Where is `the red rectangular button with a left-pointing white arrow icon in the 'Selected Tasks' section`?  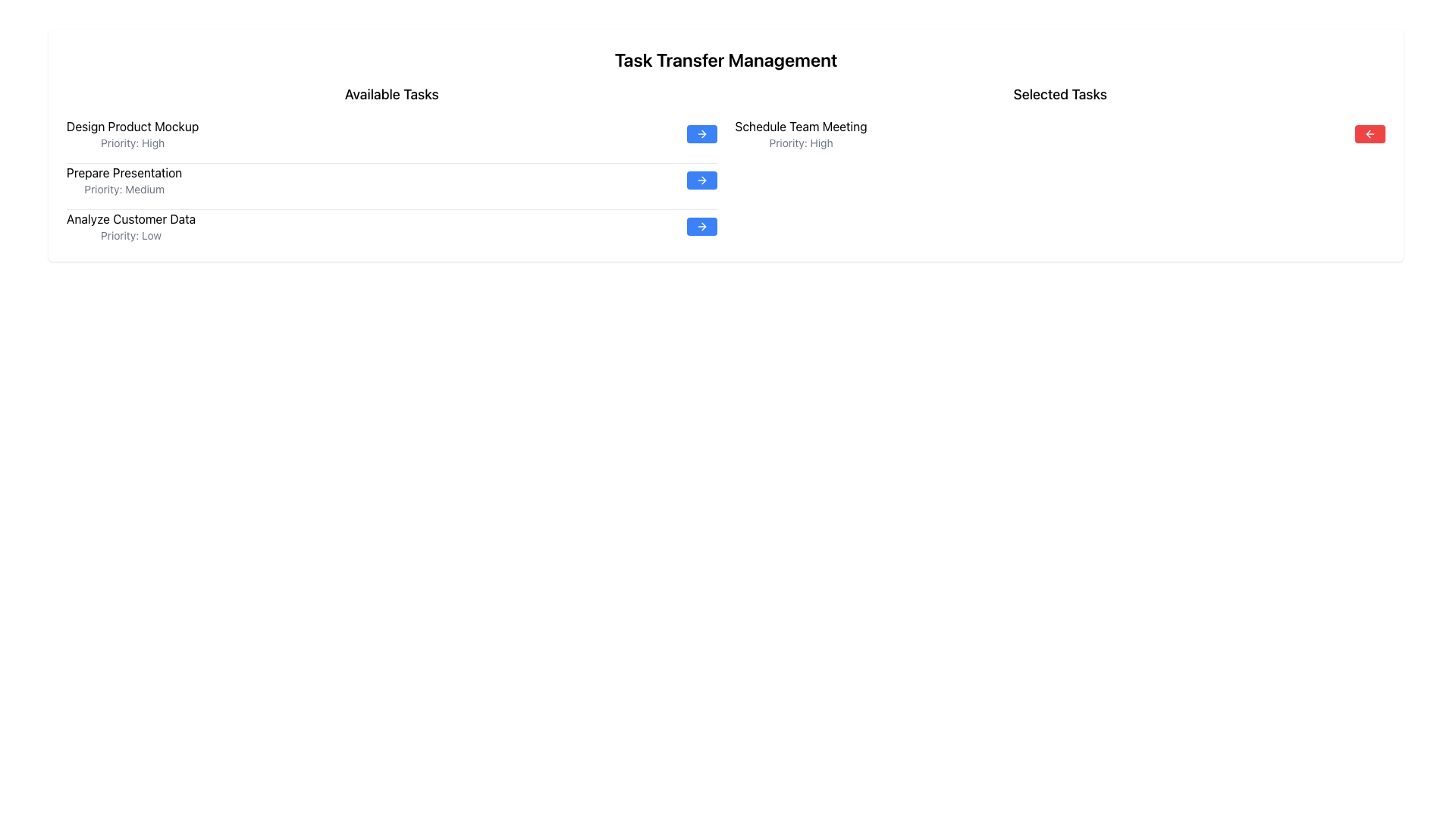 the red rectangular button with a left-pointing white arrow icon in the 'Selected Tasks' section is located at coordinates (1370, 133).